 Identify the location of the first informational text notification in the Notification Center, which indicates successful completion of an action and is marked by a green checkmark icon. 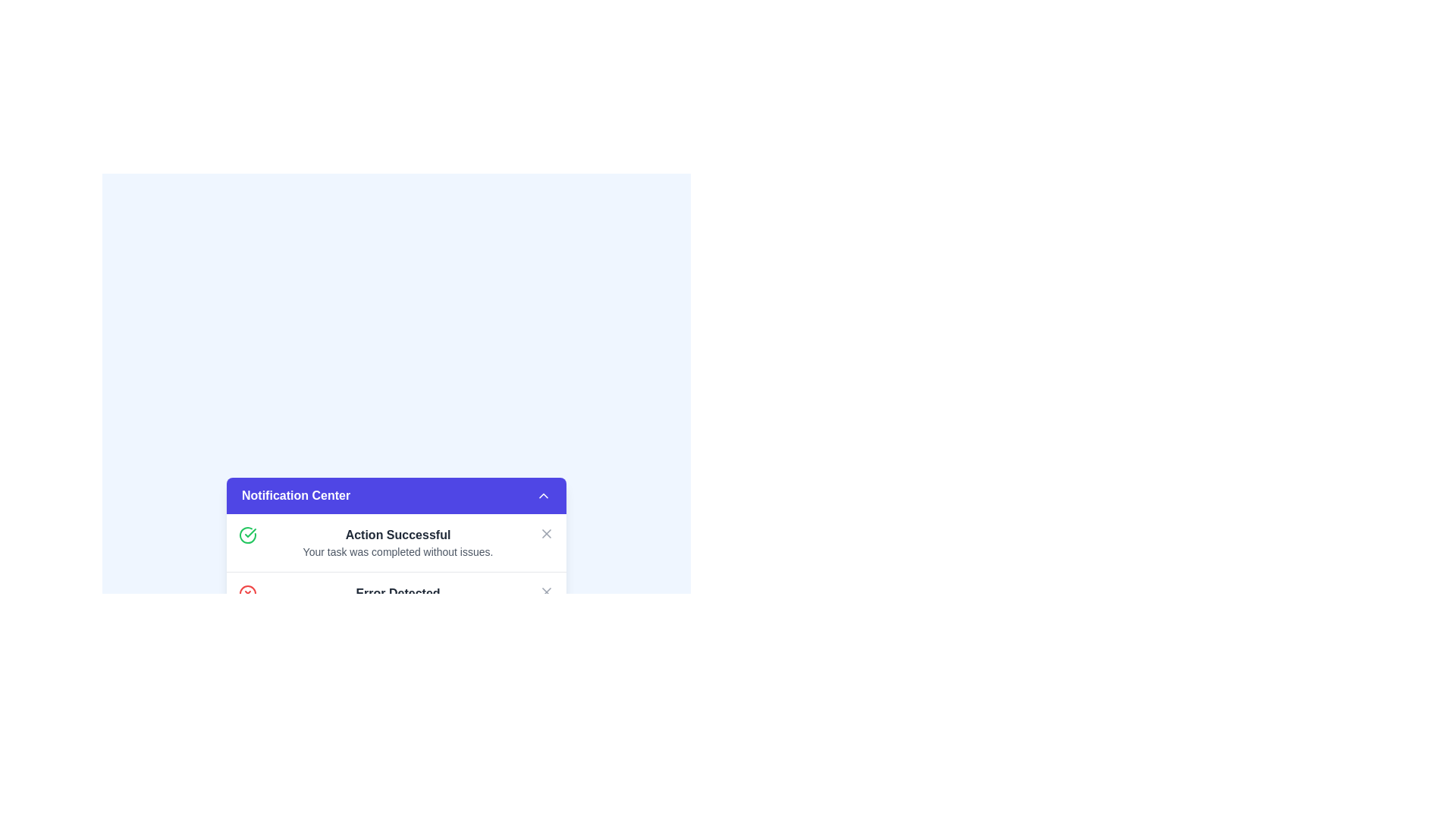
(397, 542).